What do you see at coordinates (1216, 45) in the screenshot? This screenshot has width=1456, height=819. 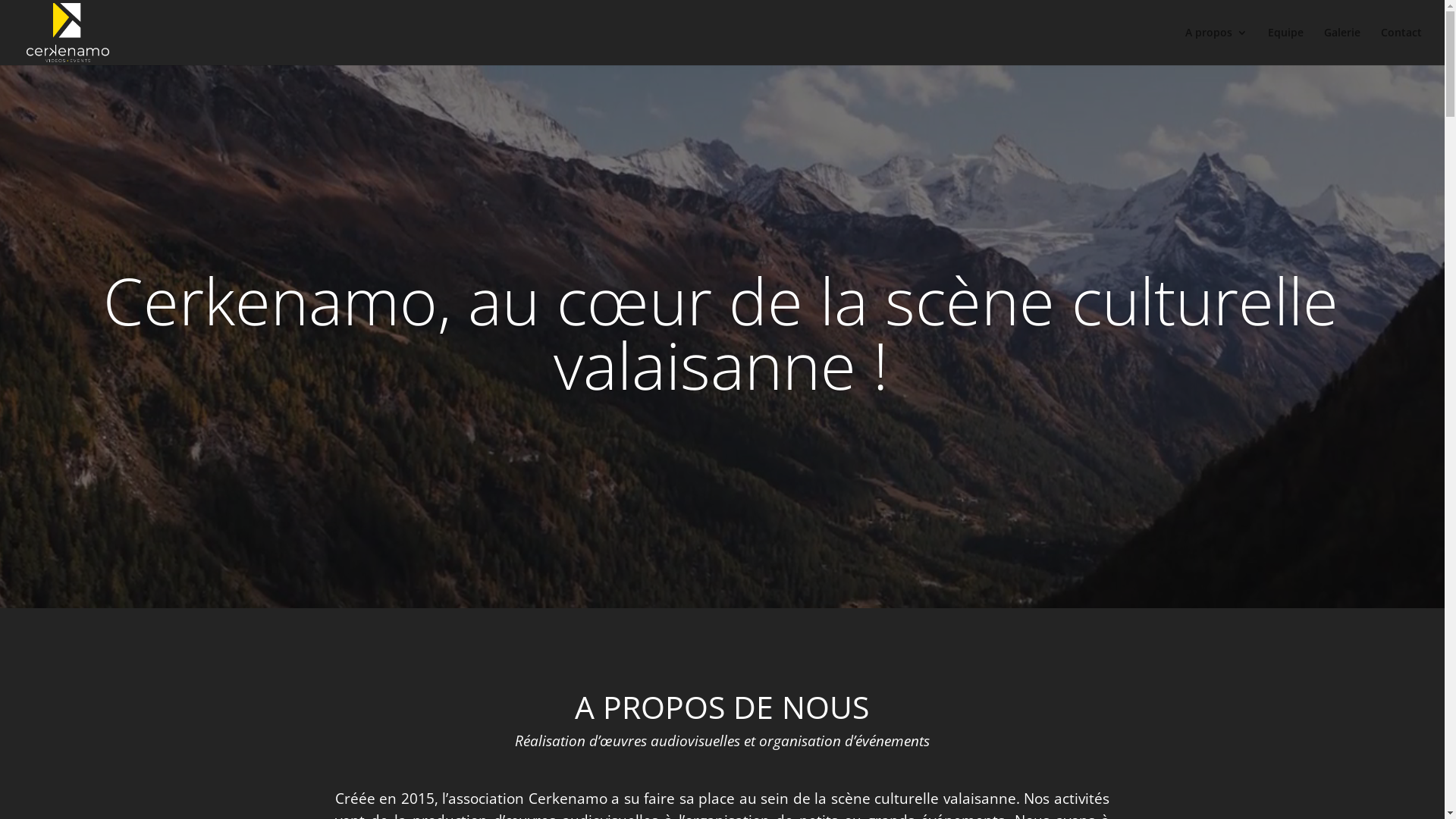 I see `'A propos'` at bounding box center [1216, 45].